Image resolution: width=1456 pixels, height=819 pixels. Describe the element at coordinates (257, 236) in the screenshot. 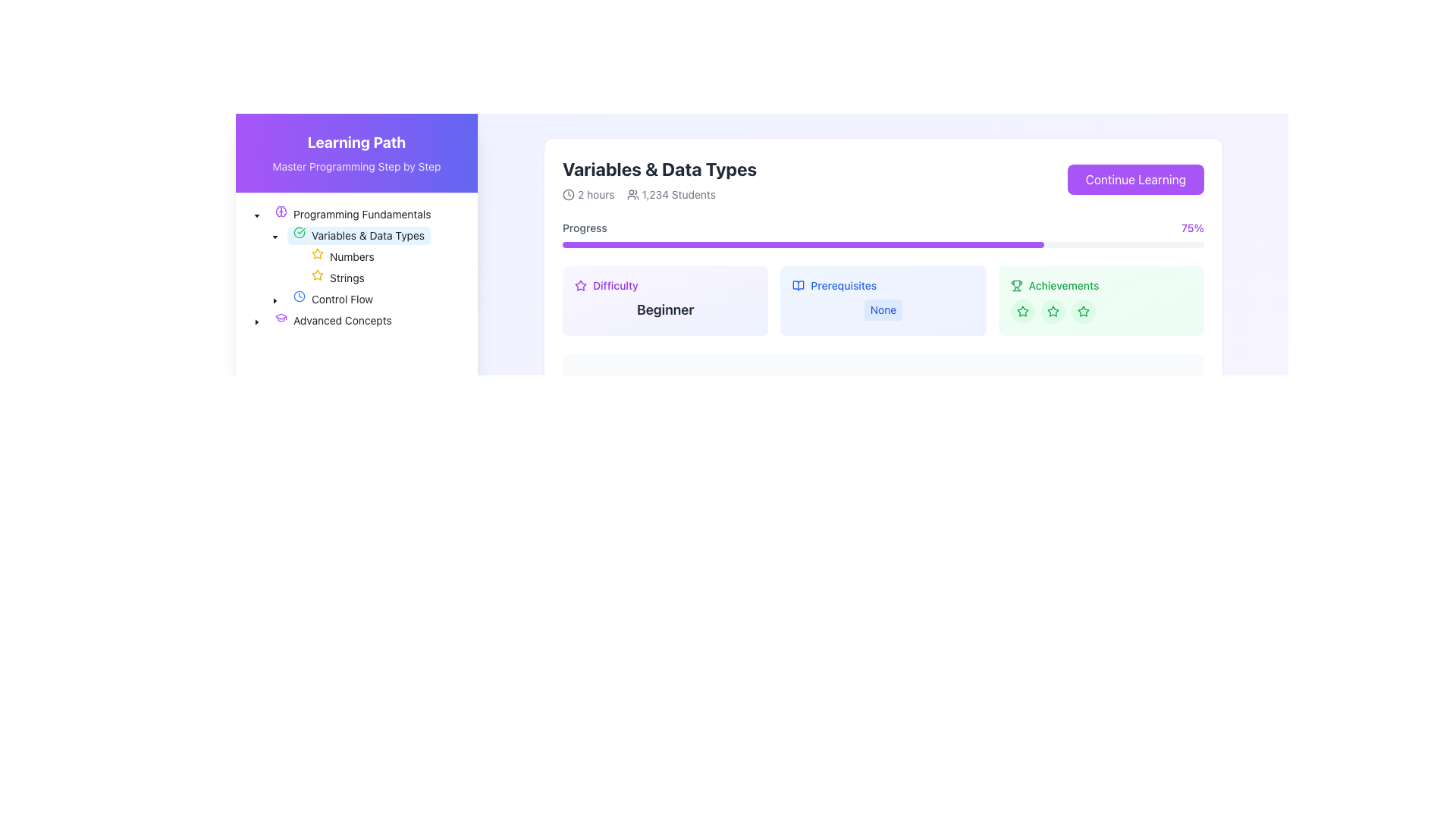

I see `the indentation placeholder located adjacent to the 'Variables & Data Types' item in the 'Programming Fundamentals' section of the tree menu` at that location.